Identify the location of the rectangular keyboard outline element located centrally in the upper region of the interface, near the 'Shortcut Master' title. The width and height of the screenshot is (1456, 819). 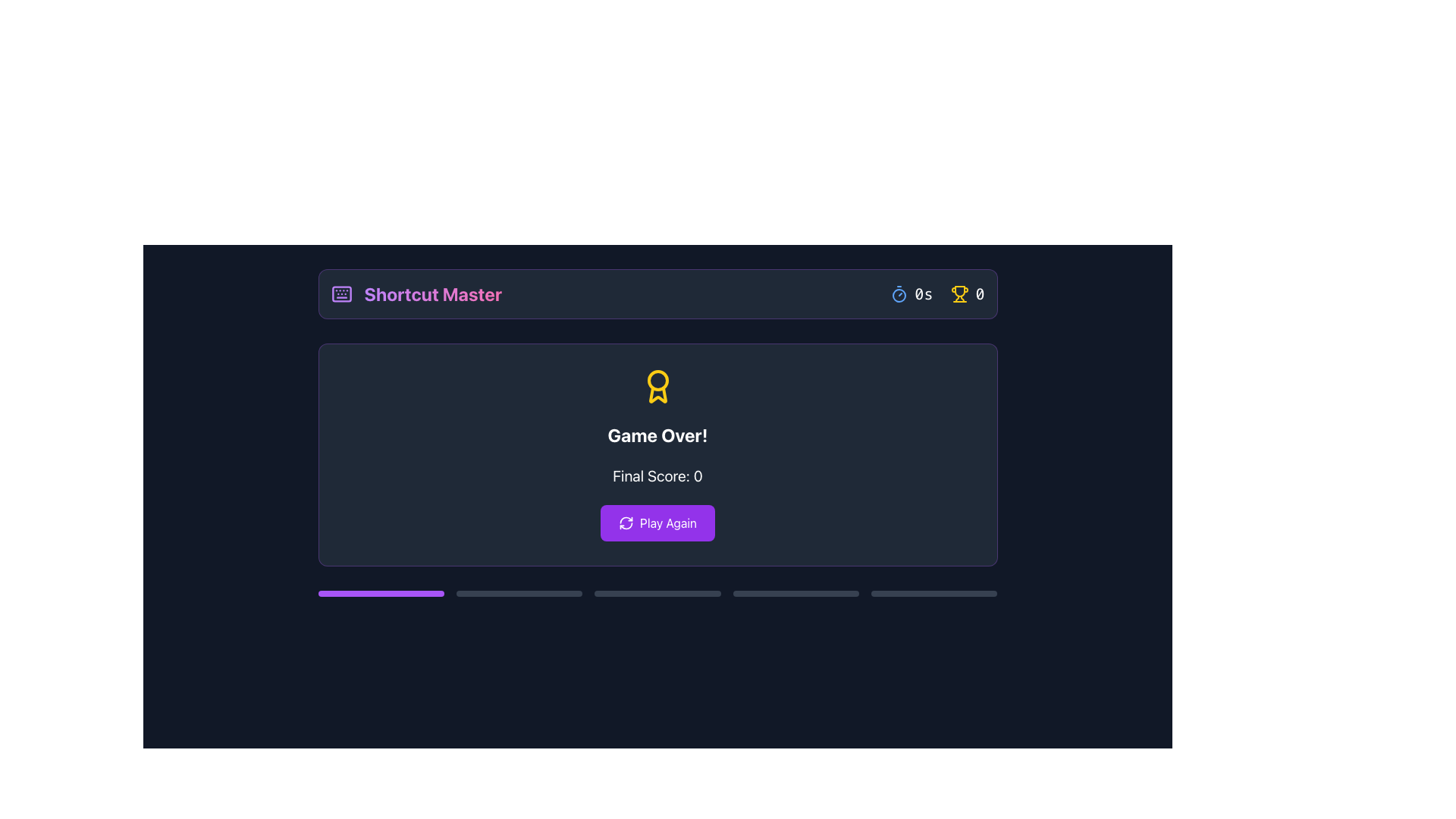
(340, 294).